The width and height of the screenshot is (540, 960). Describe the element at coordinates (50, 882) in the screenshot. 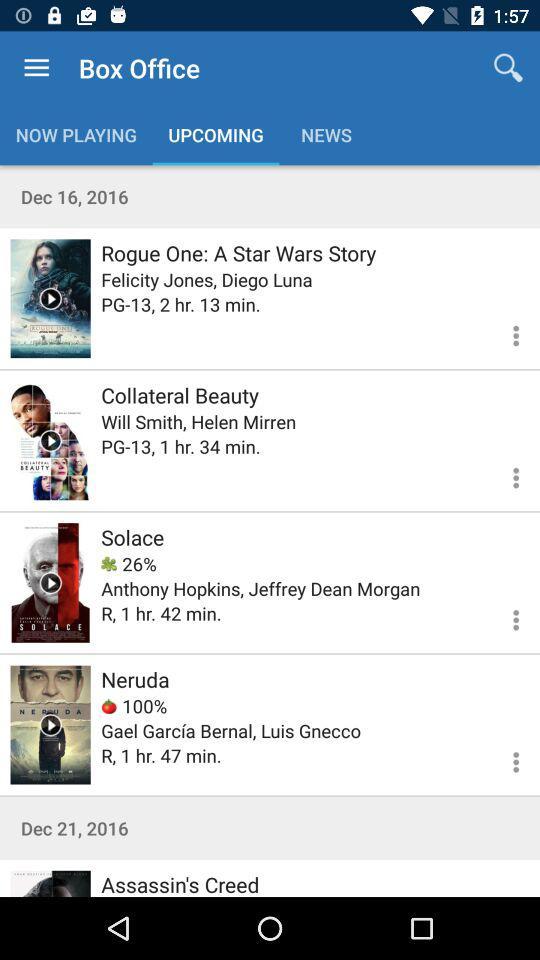

I see `movie` at that location.